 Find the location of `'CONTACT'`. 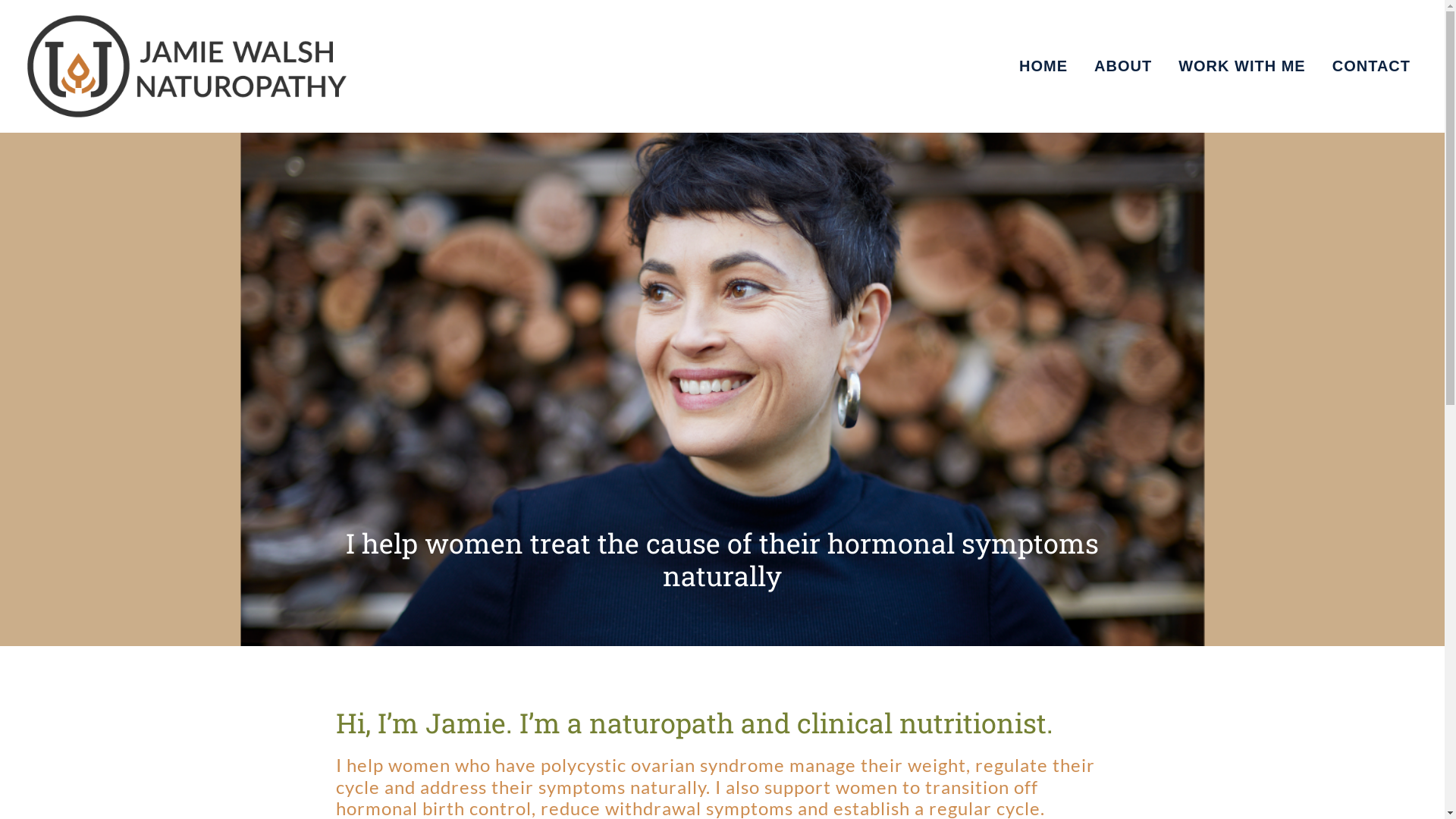

'CONTACT' is located at coordinates (1371, 65).